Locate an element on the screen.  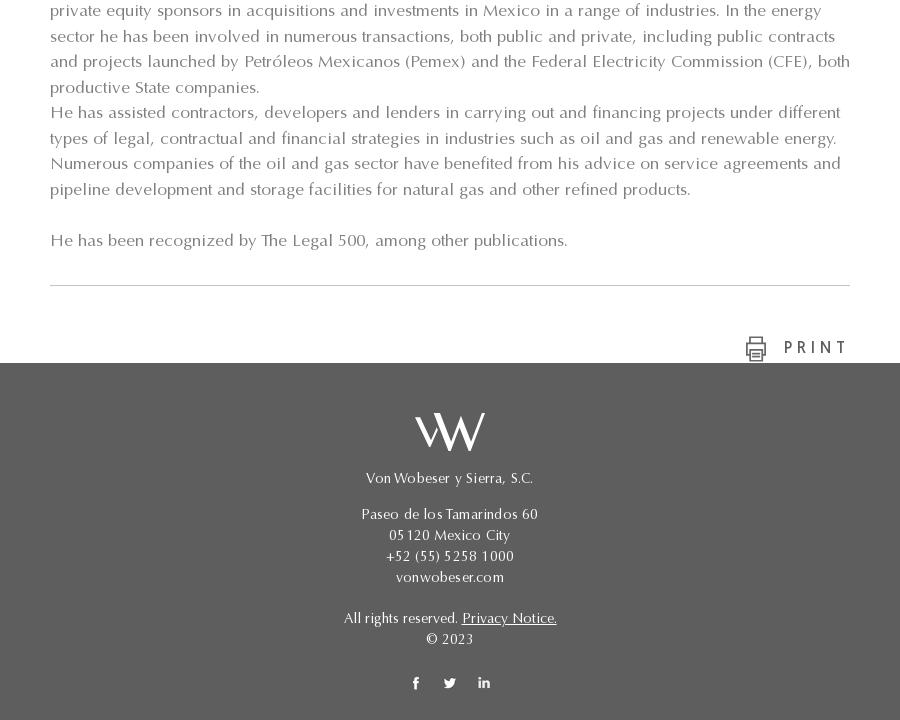
'Von Wobeser y Sierra, S.C.' is located at coordinates (449, 480).